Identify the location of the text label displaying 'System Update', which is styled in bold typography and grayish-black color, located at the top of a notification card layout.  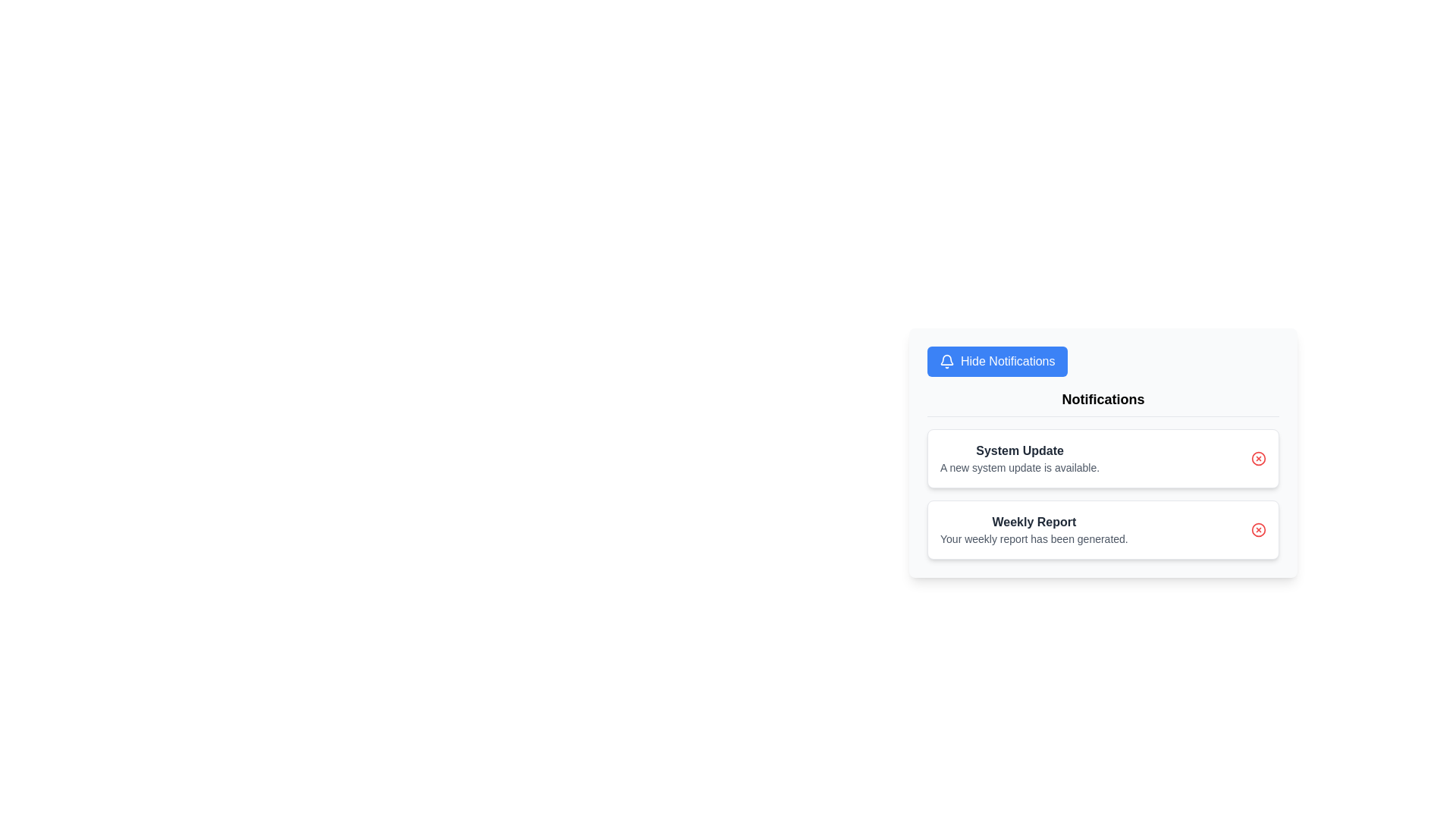
(1020, 450).